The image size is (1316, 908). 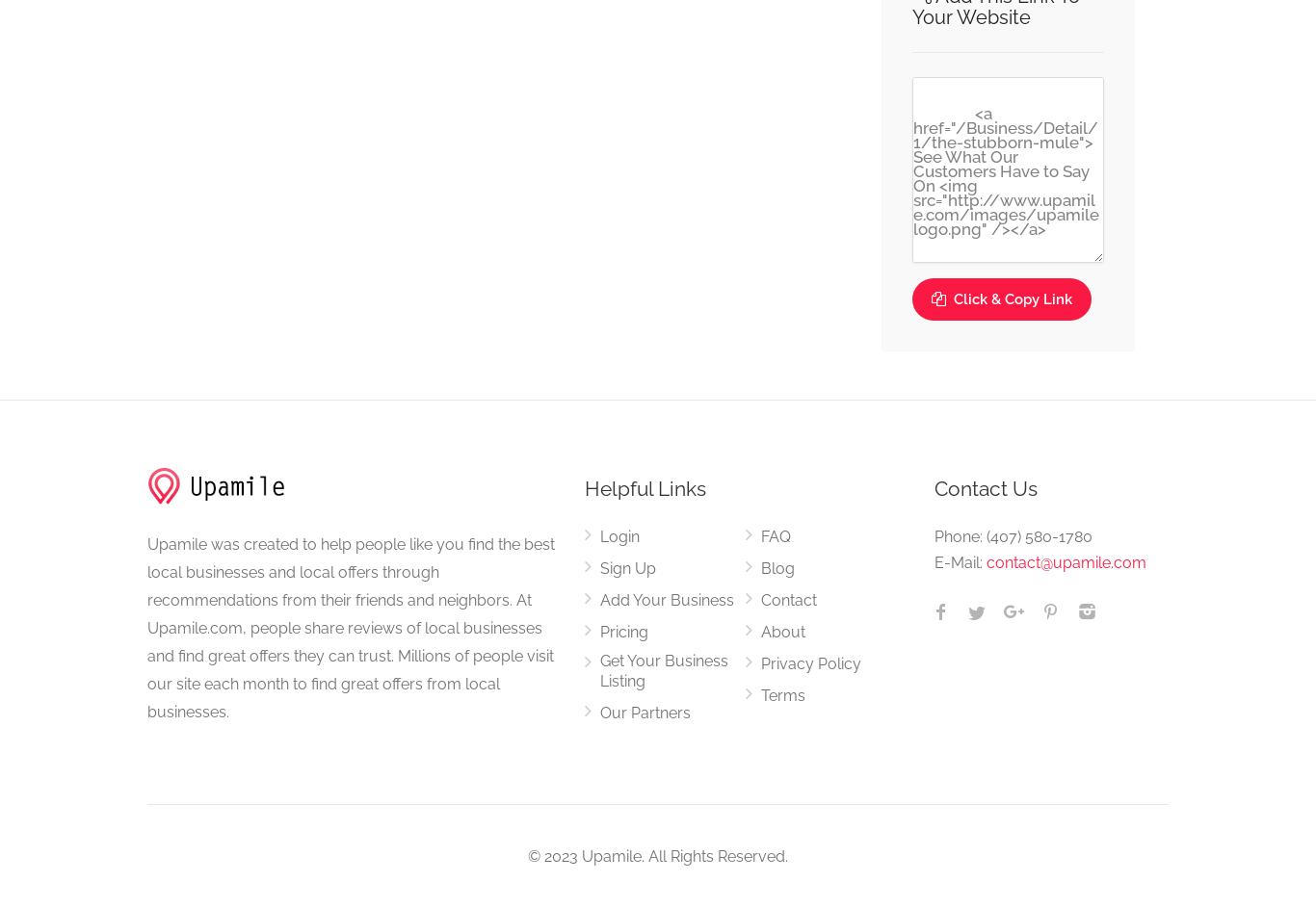 I want to click on 'Phone:', so click(x=961, y=536).